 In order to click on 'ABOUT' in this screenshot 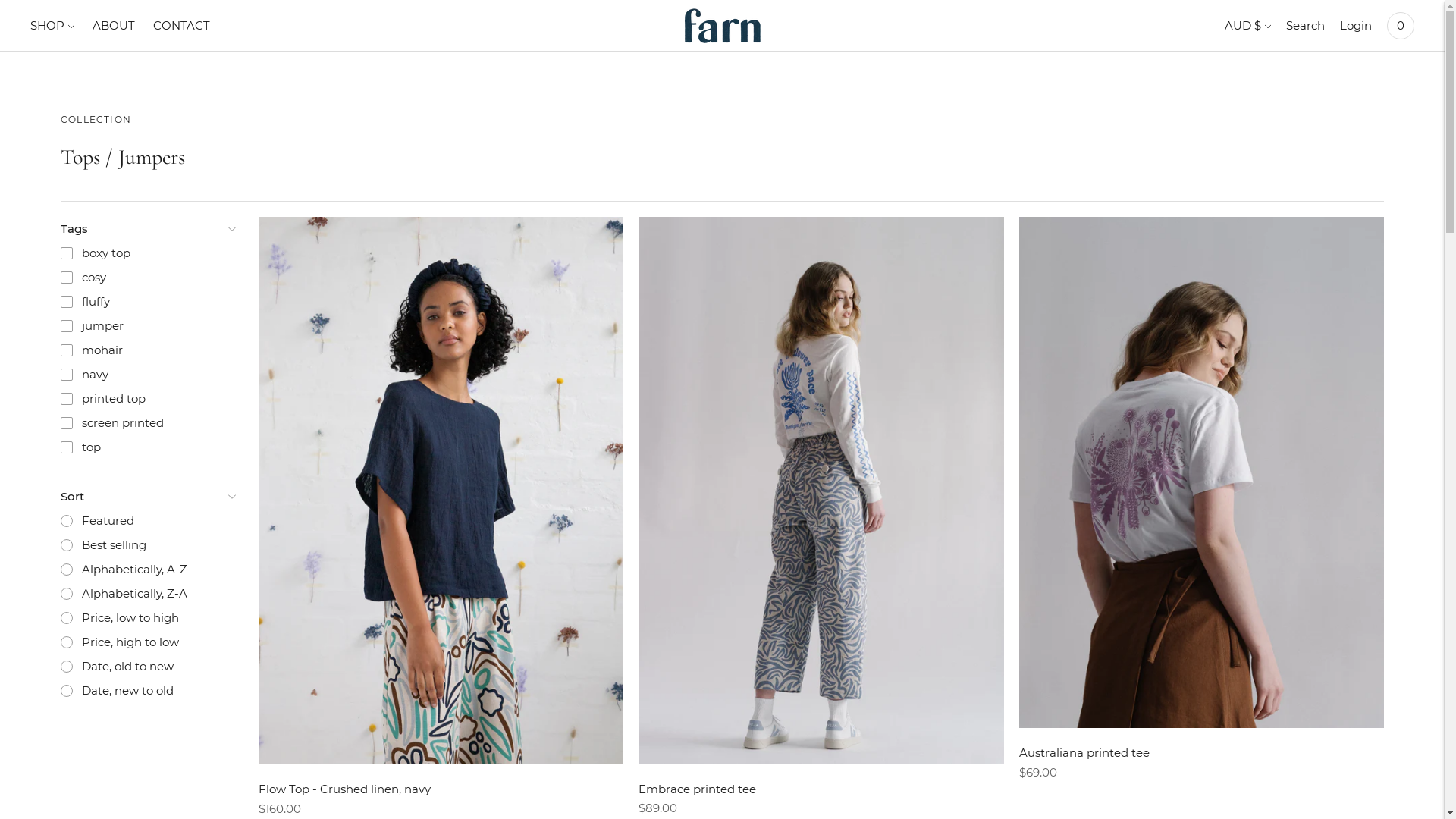, I will do `click(91, 26)`.